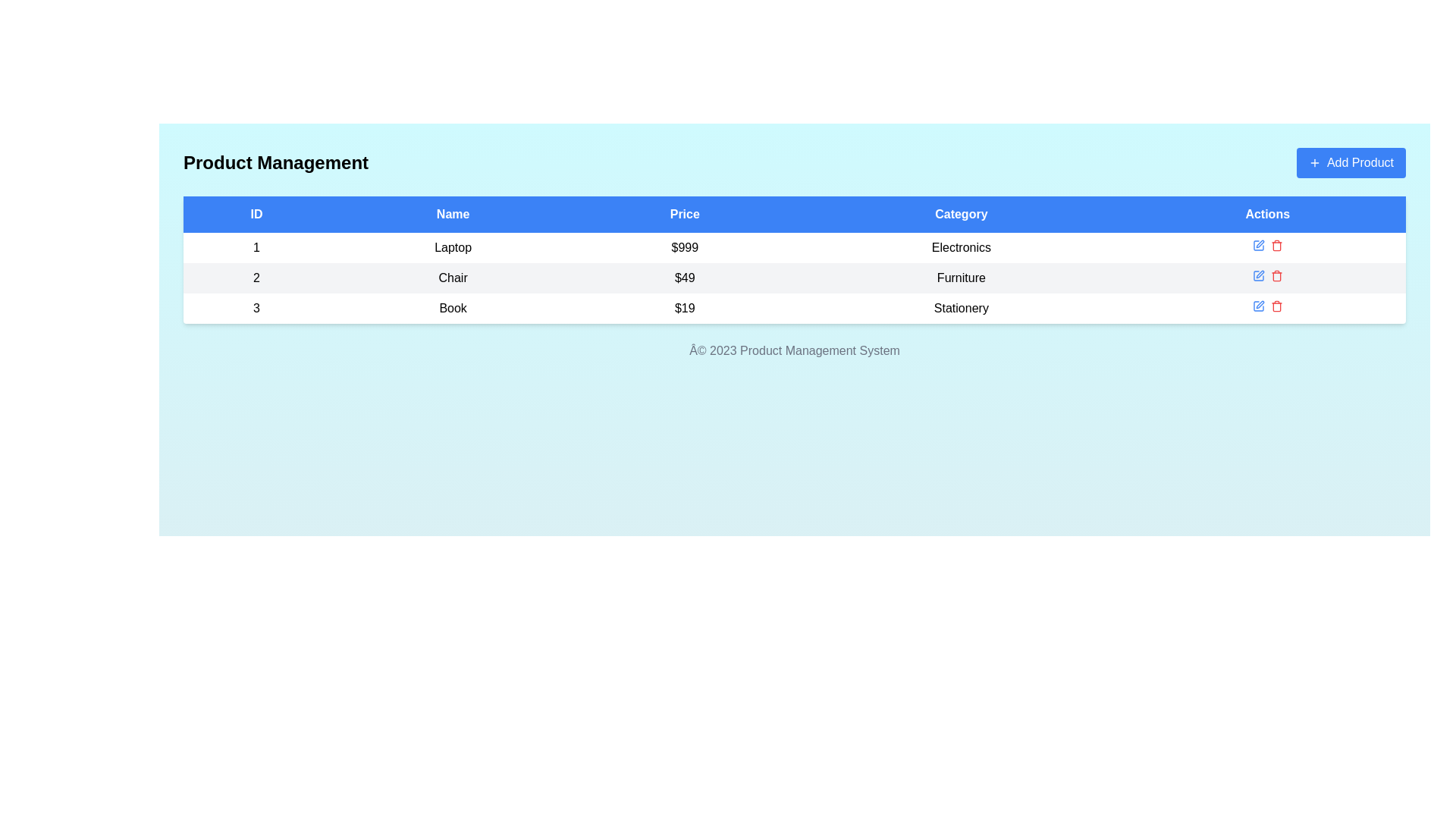 This screenshot has height=819, width=1456. Describe the element at coordinates (960, 308) in the screenshot. I see `the 'Stationery' text label, which is located in the fourth column of the third row of a table, displaying in plain black font on a white background` at that location.